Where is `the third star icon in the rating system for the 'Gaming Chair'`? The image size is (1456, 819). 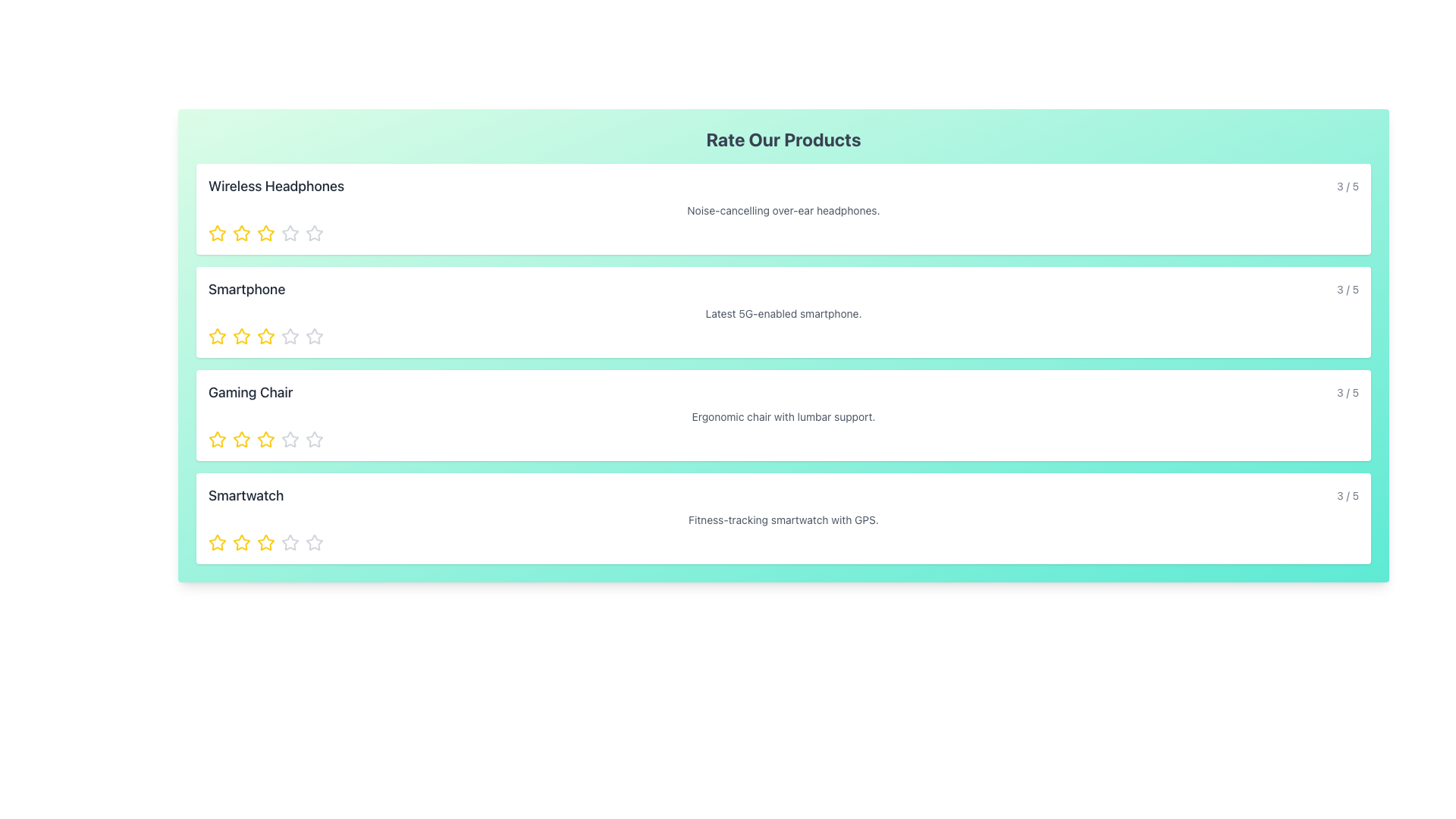 the third star icon in the rating system for the 'Gaming Chair' is located at coordinates (313, 439).